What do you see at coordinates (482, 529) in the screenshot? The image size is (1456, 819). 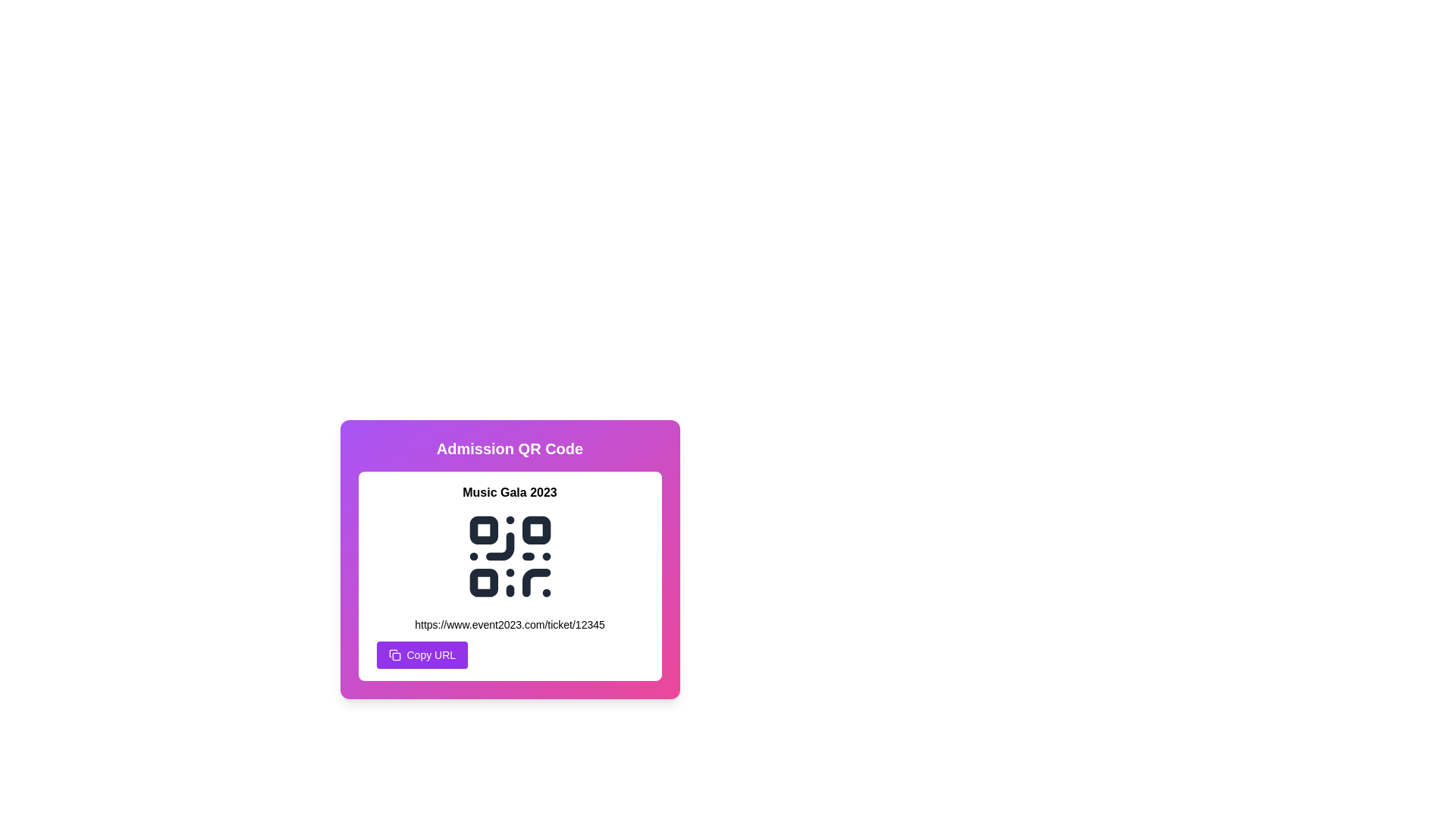 I see `the small, square QR-style darker block located in the top-left segment of the QR code representation` at bounding box center [482, 529].